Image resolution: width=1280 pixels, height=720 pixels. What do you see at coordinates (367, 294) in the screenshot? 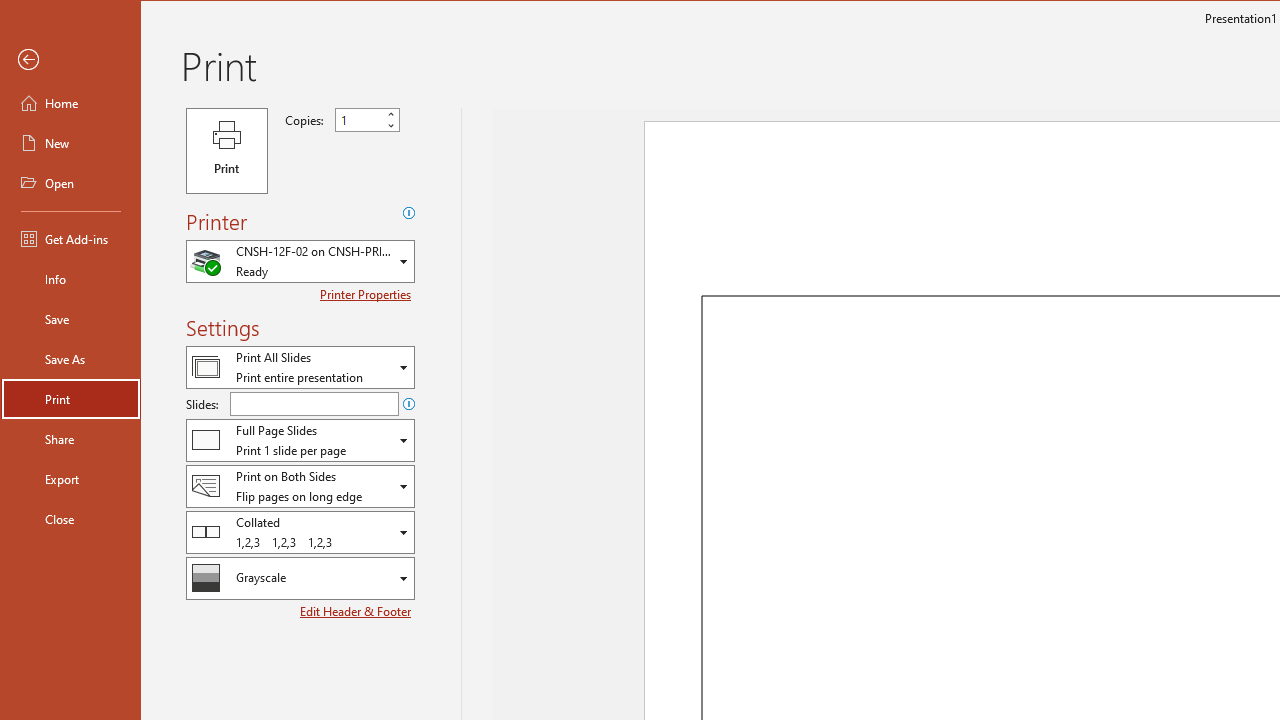
I see `'Printer Properties'` at bounding box center [367, 294].